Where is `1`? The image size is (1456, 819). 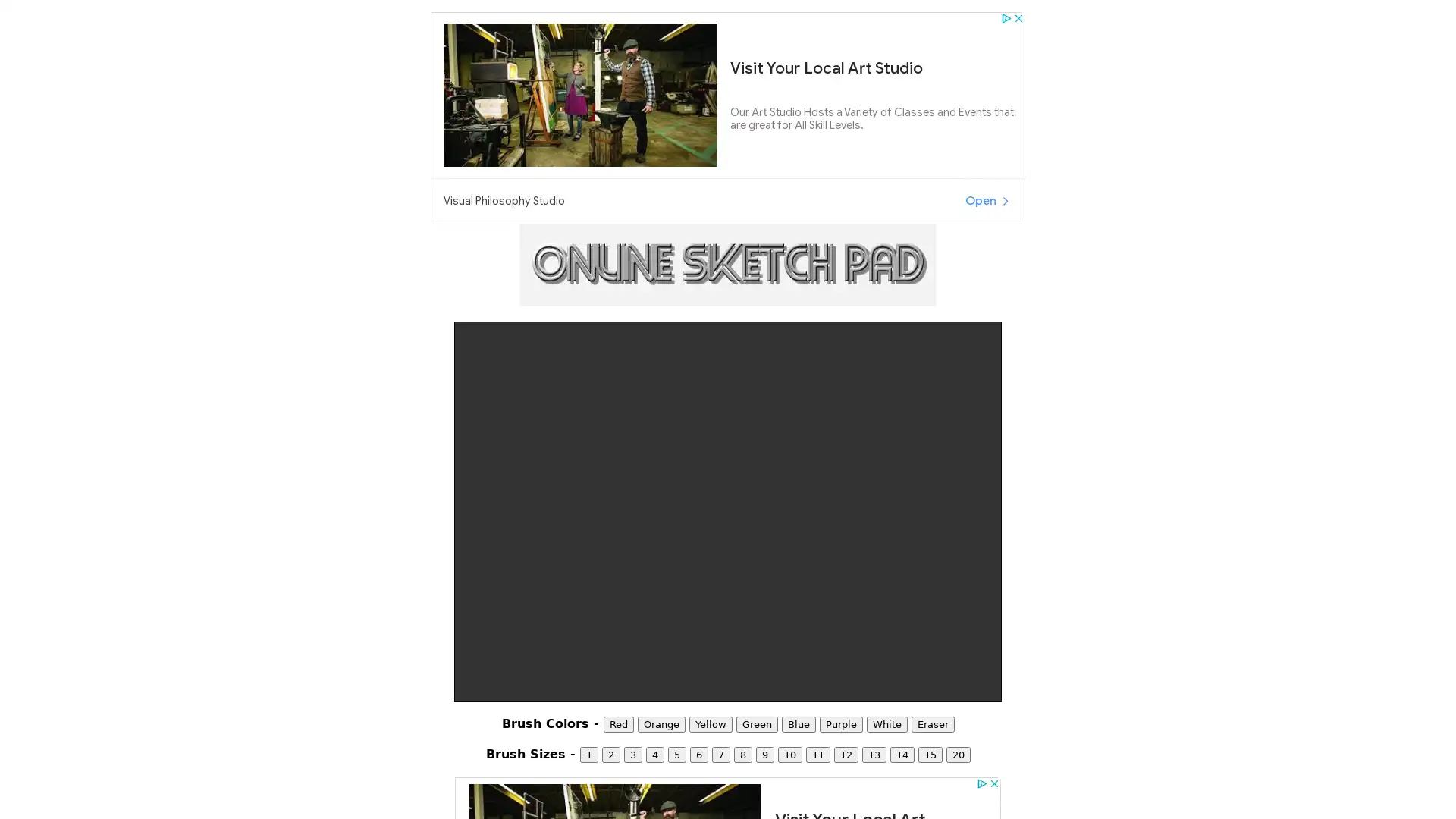
1 is located at coordinates (588, 755).